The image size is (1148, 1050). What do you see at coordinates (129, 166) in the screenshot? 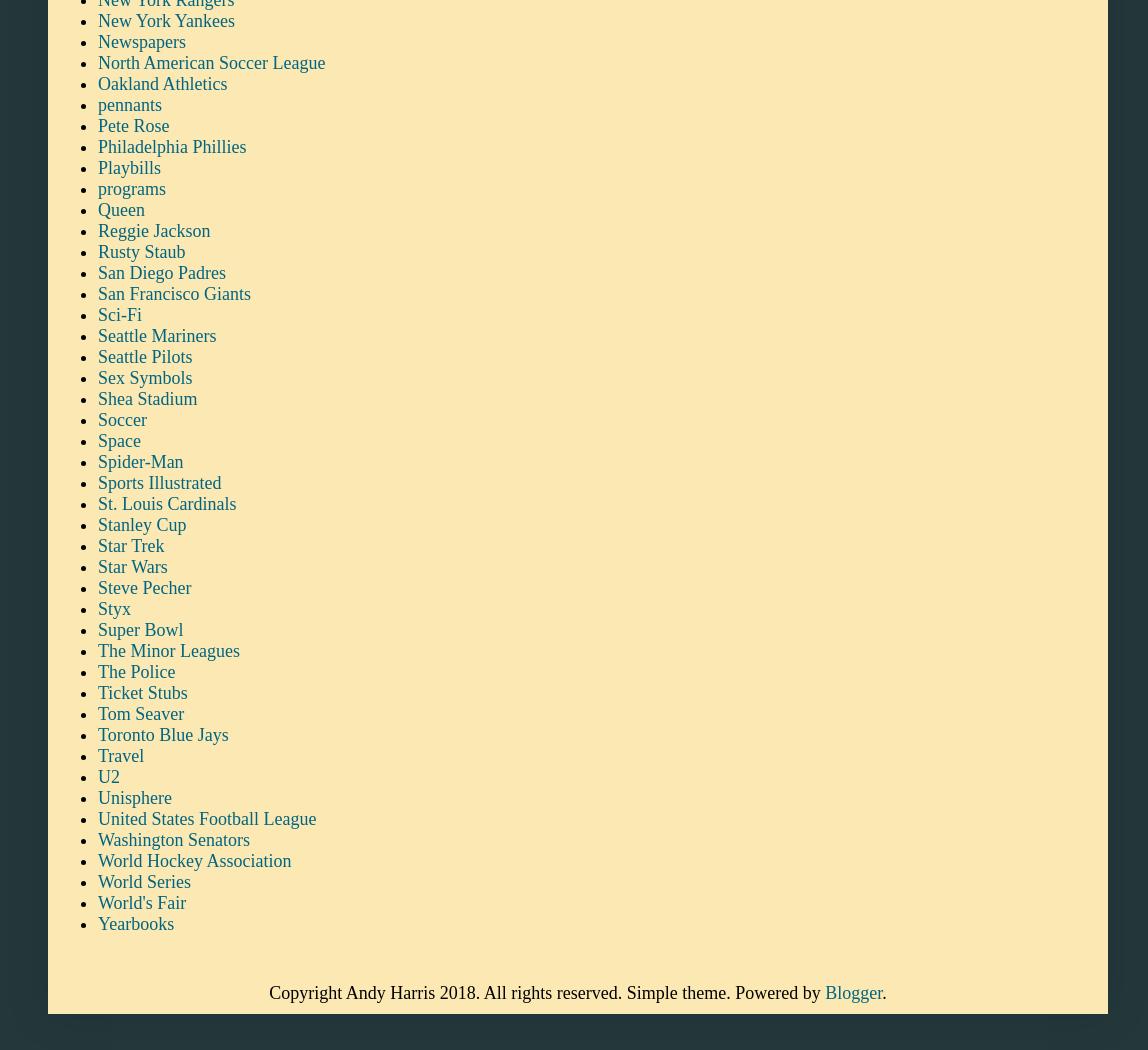
I see `'Playbills'` at bounding box center [129, 166].